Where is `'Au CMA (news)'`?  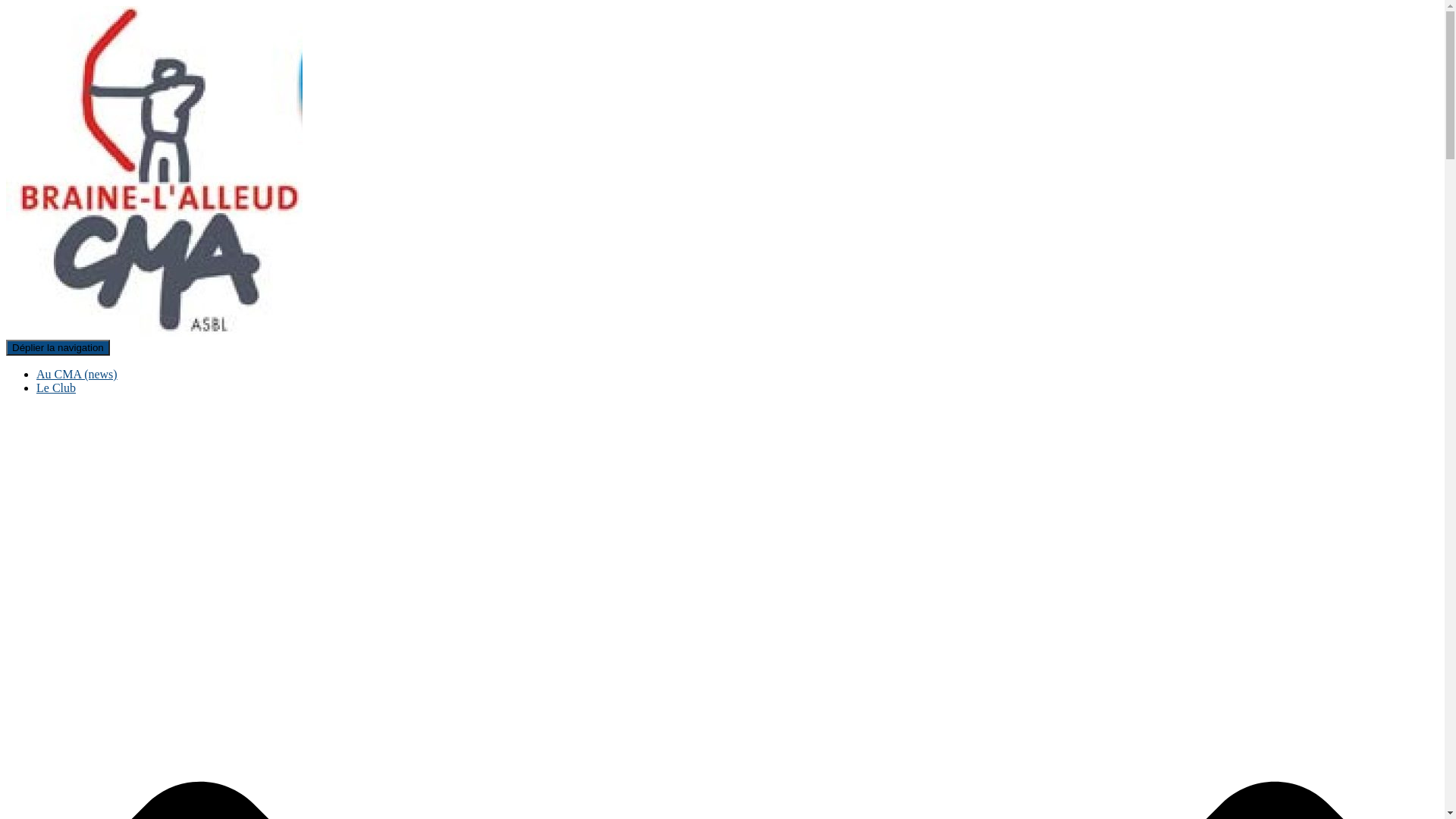 'Au CMA (news)' is located at coordinates (76, 374).